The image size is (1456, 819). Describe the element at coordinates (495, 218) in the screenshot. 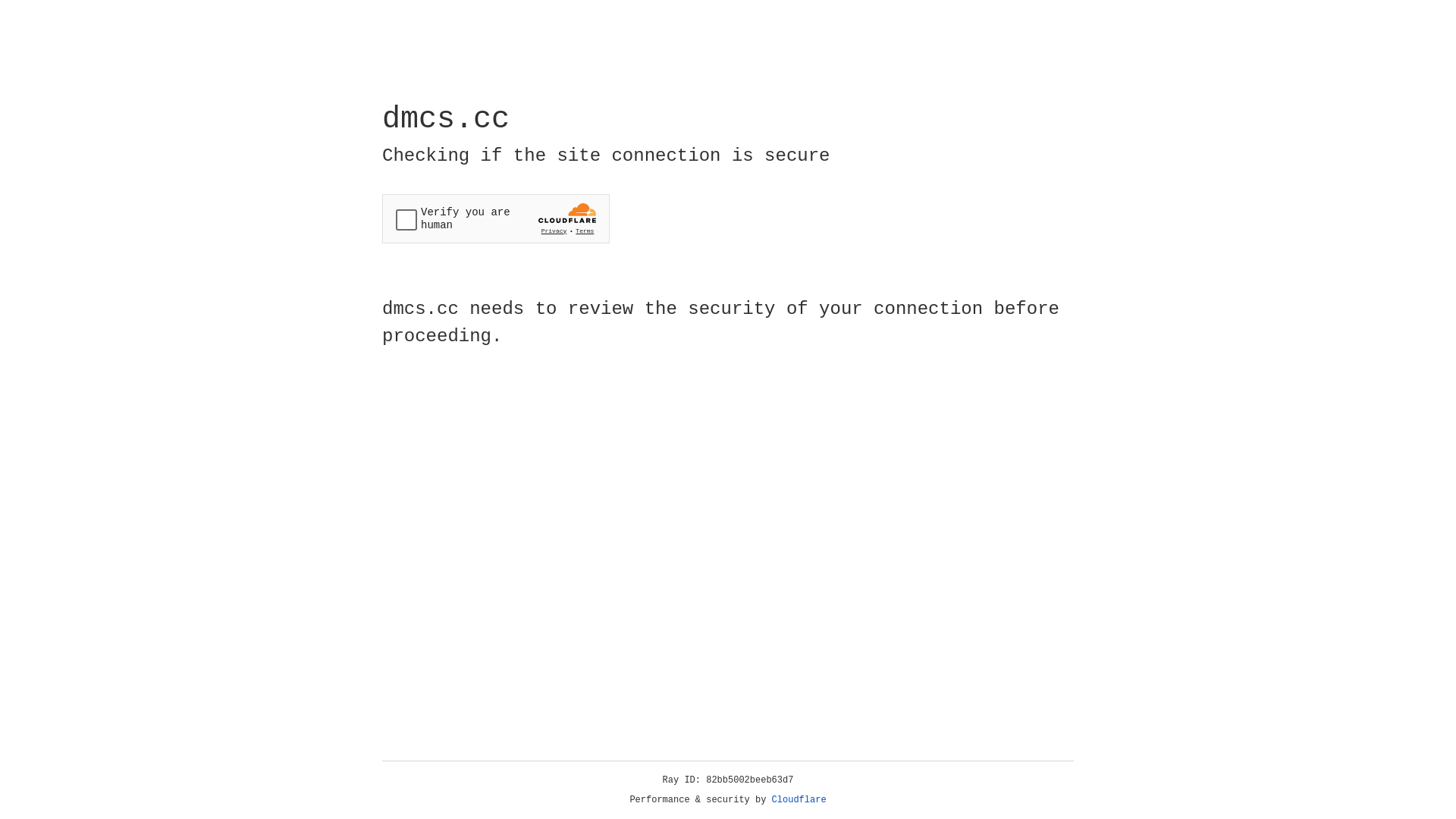

I see `'Widget containing a Cloudflare security challenge'` at that location.